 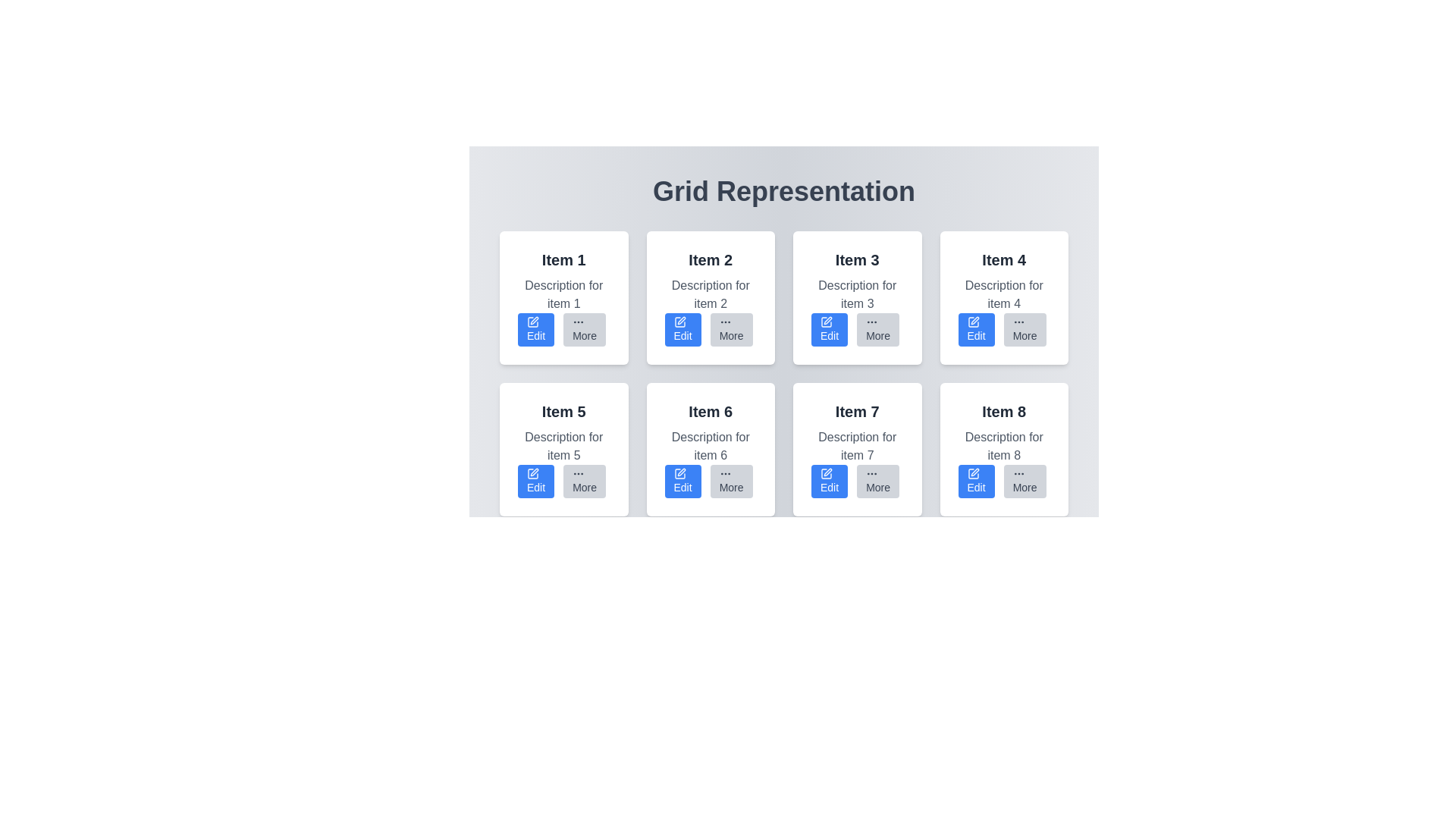 What do you see at coordinates (724, 472) in the screenshot?
I see `the dropdown icon associated with the 'More' button in the 'Item 6' card` at bounding box center [724, 472].